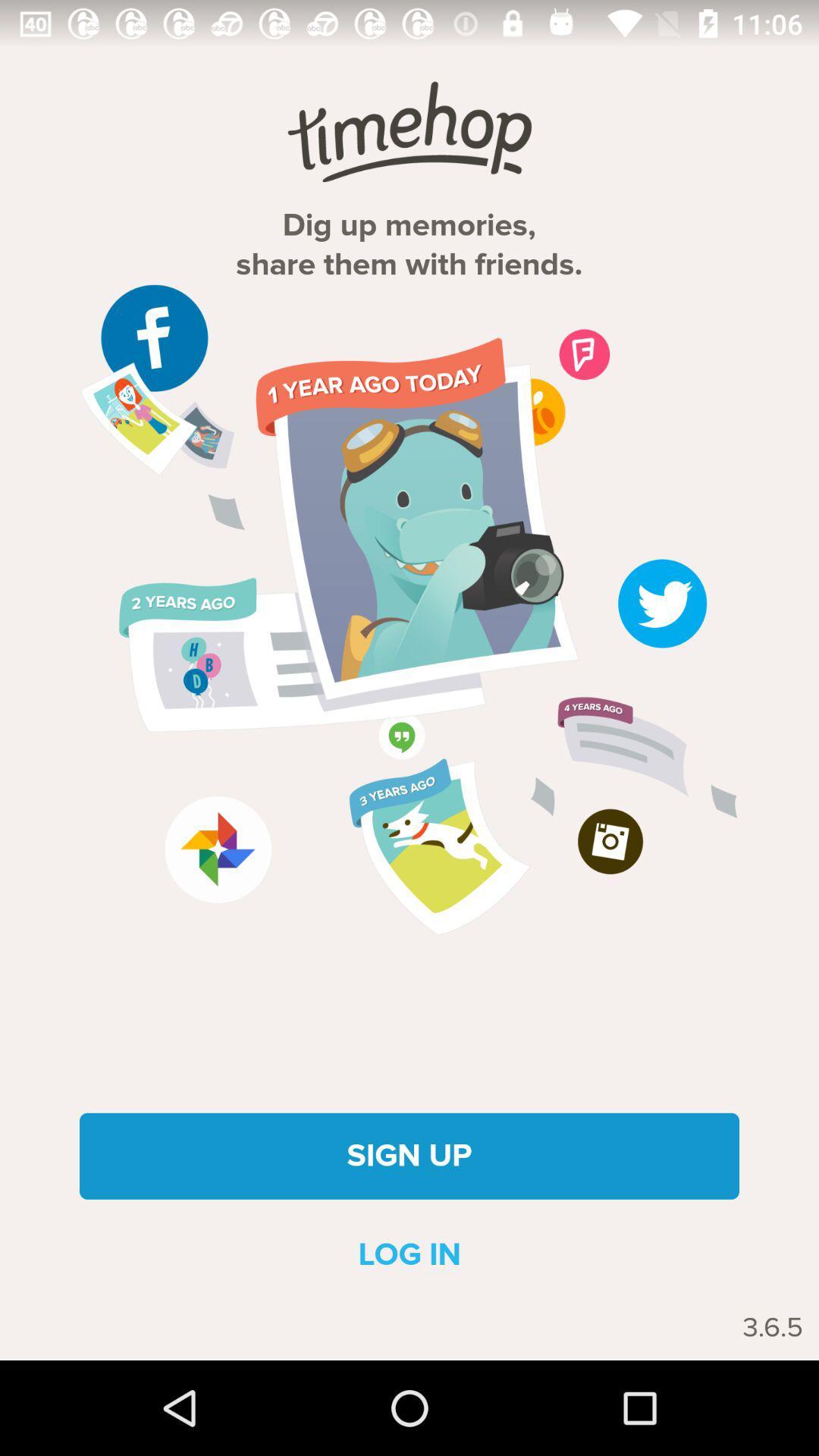  What do you see at coordinates (409, 1255) in the screenshot?
I see `the item below sign up item` at bounding box center [409, 1255].